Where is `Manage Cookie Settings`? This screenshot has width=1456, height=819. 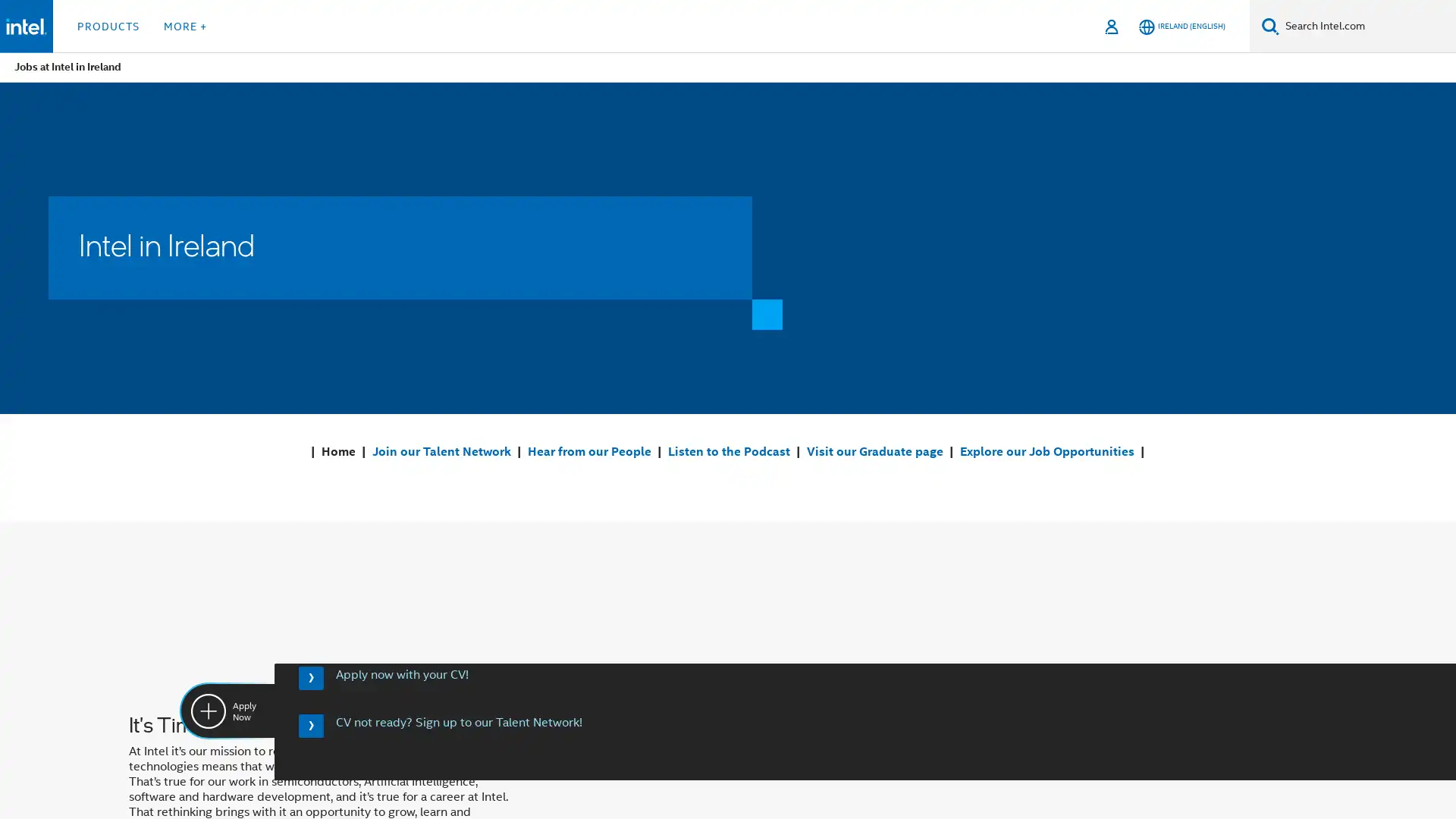
Manage Cookie Settings is located at coordinates (1167, 774).